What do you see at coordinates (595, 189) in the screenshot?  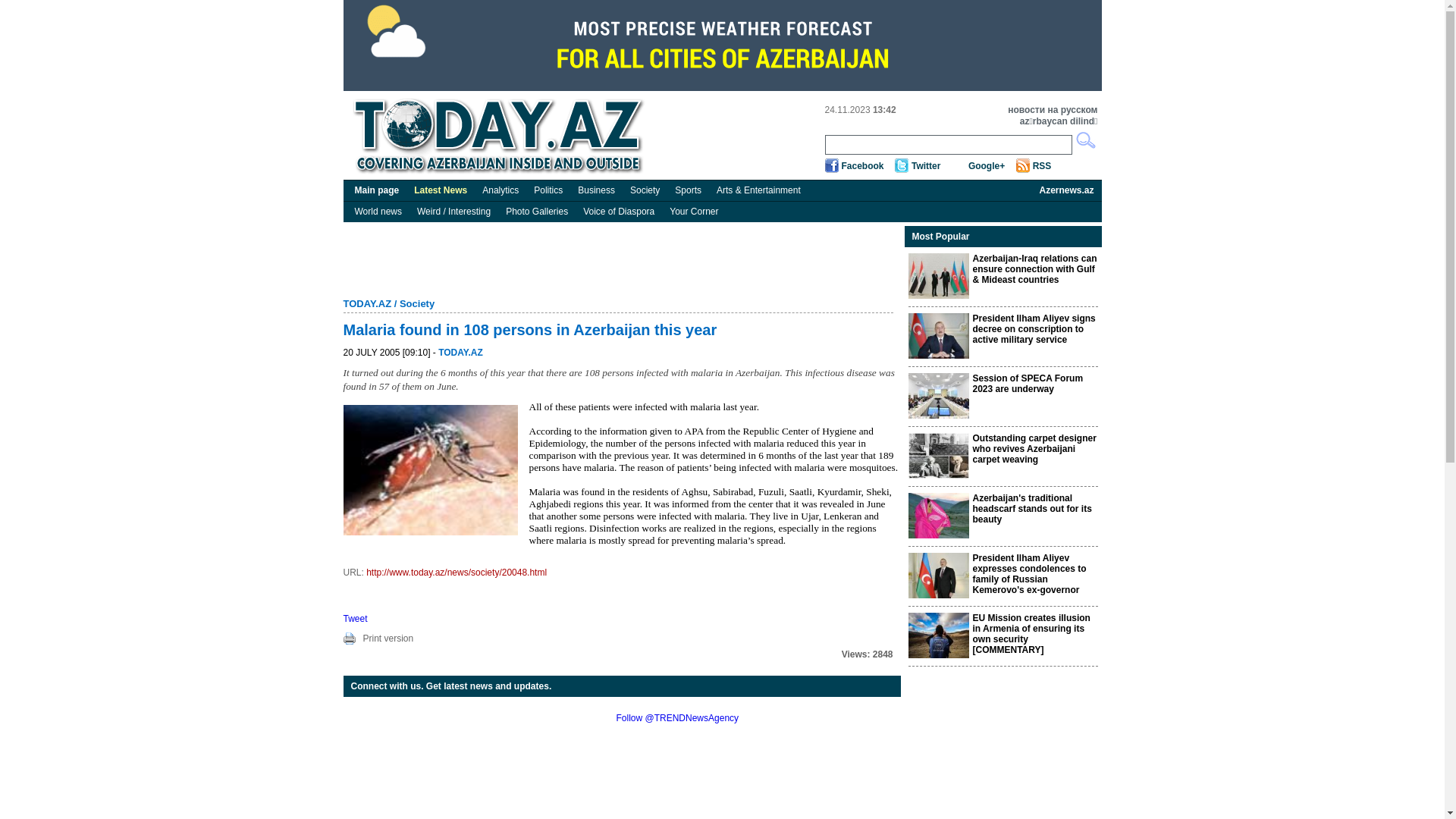 I see `'Business'` at bounding box center [595, 189].